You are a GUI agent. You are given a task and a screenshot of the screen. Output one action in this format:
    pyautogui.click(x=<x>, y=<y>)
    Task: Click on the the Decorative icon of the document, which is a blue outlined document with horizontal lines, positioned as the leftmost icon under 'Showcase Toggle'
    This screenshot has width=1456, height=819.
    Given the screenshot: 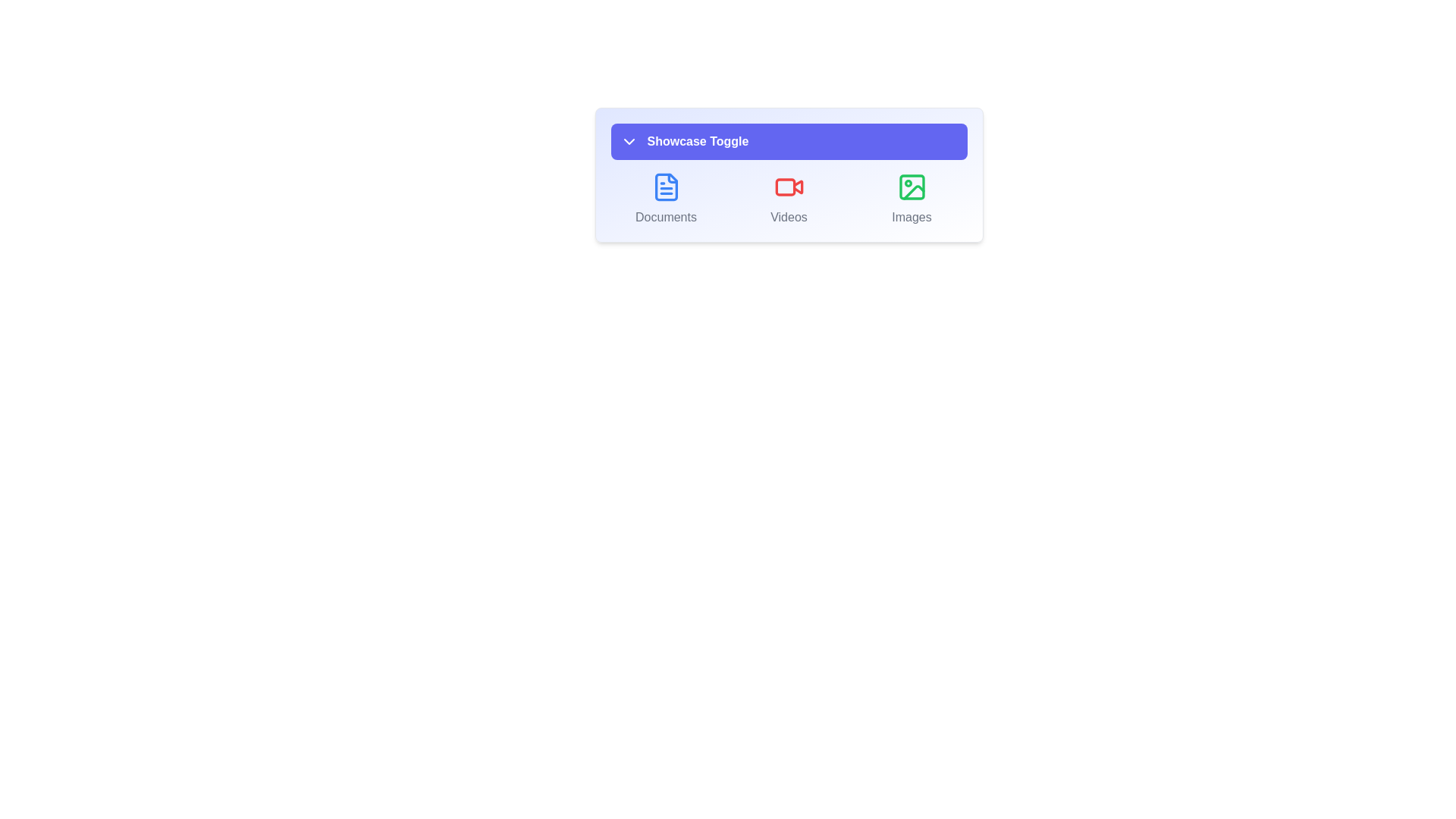 What is the action you would take?
    pyautogui.click(x=666, y=186)
    